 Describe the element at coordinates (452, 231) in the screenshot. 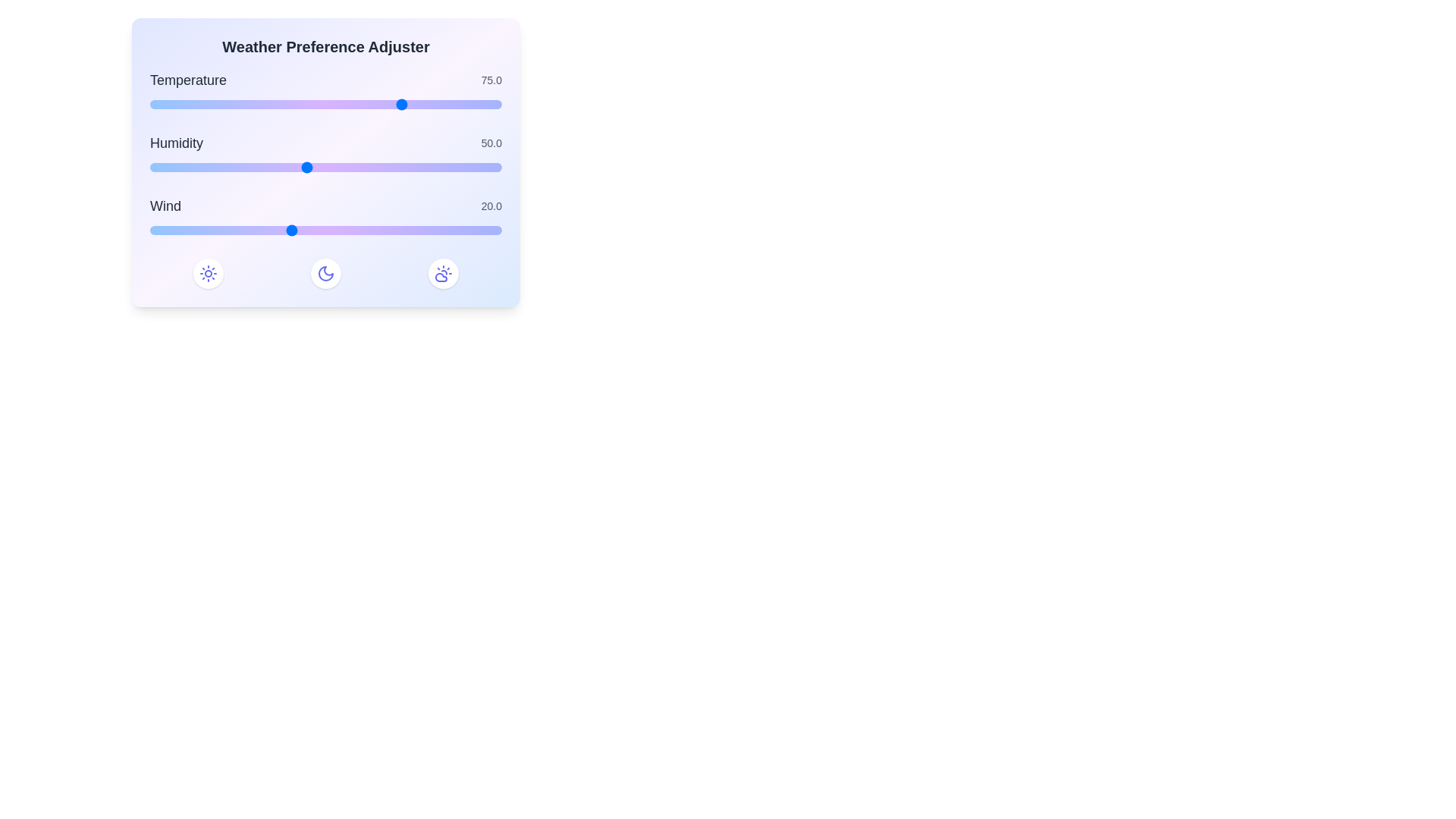

I see `wind preference` at that location.